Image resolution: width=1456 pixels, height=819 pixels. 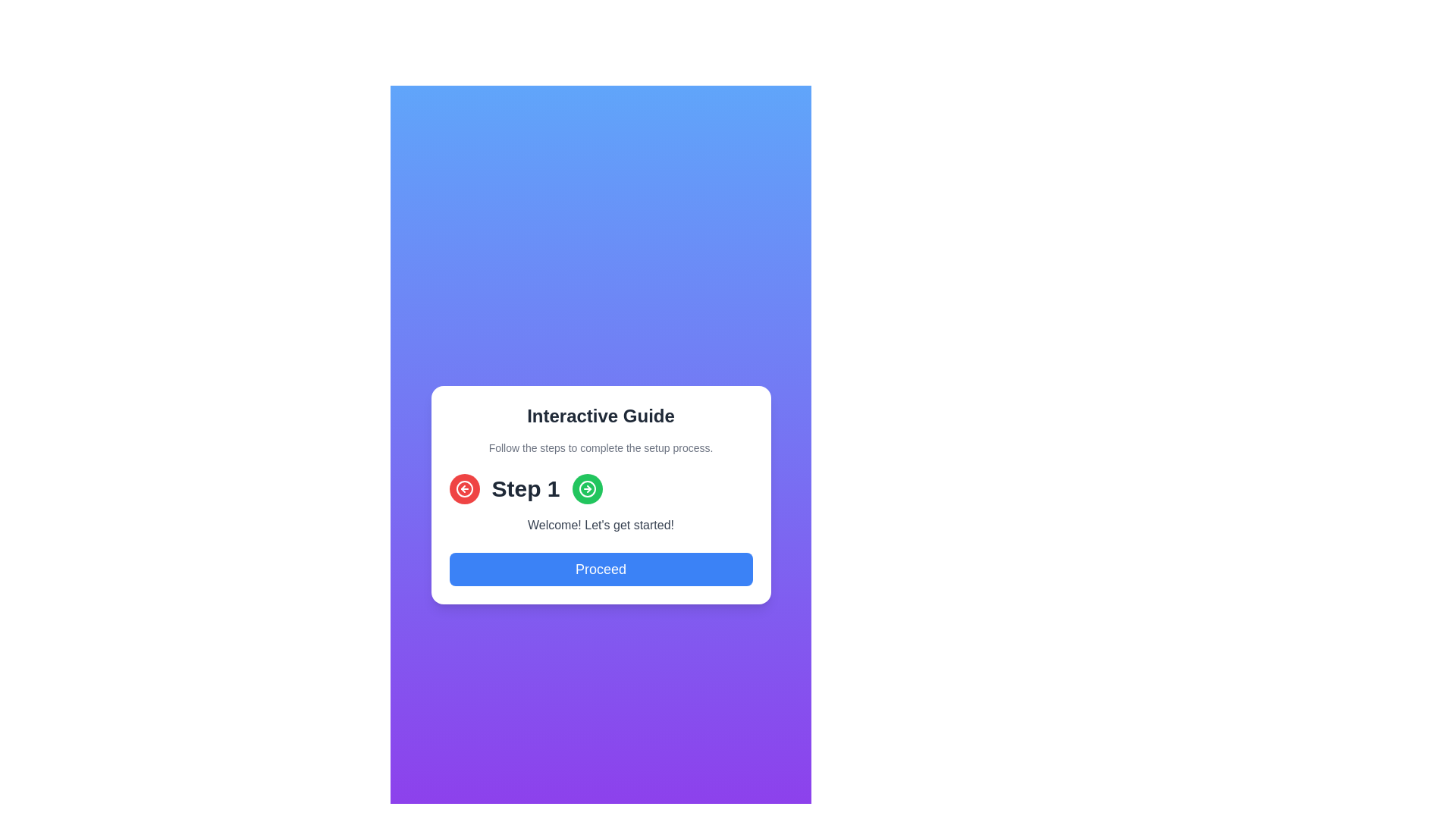 I want to click on the forward navigation button located to the right of 'Step 1' to observe UI changes, so click(x=586, y=488).